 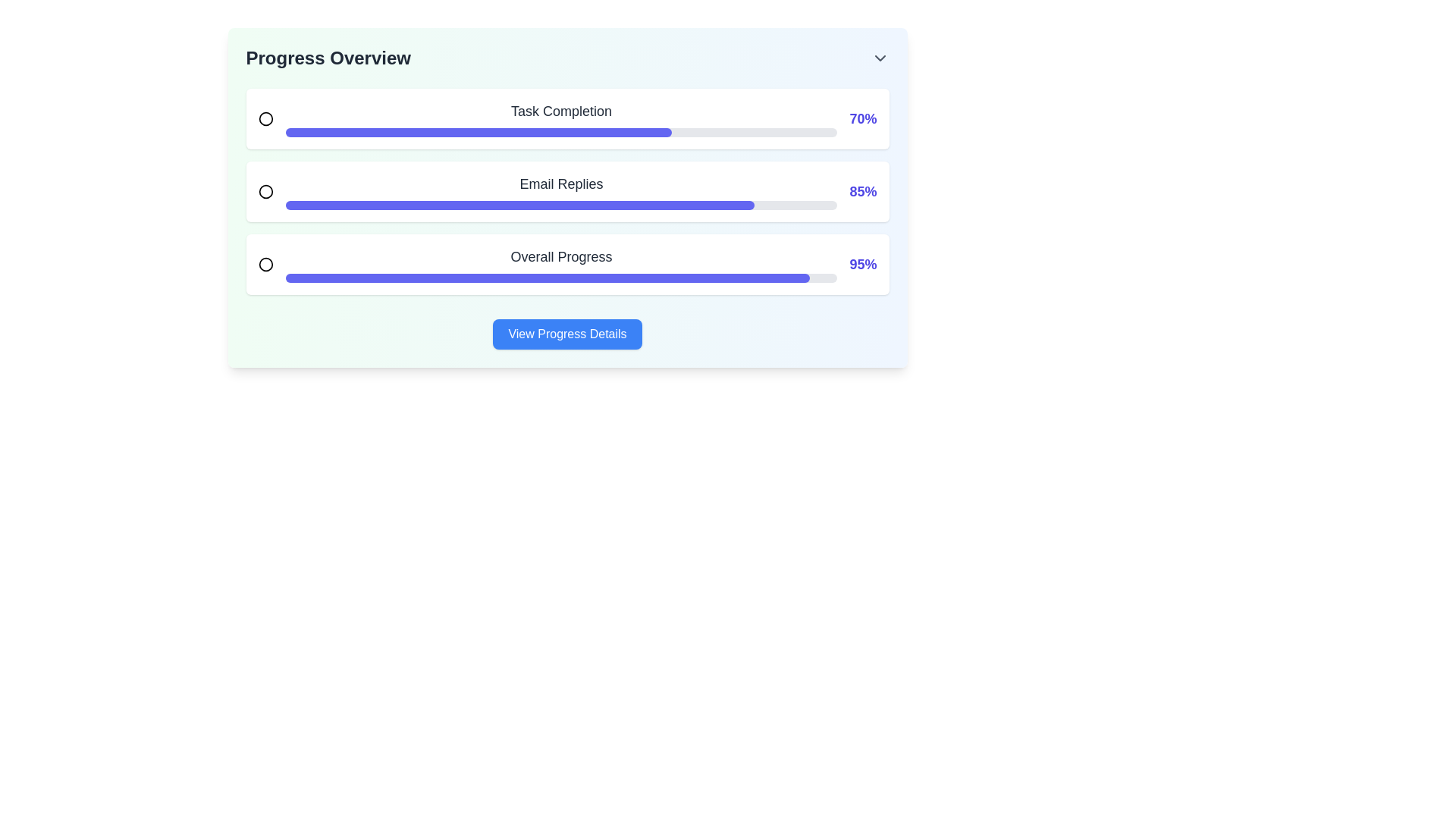 What do you see at coordinates (863, 191) in the screenshot?
I see `the numerical text display showing '85%' in indigo color, located at the right-hand side of the progress bar in the 'Email Replies' section` at bounding box center [863, 191].